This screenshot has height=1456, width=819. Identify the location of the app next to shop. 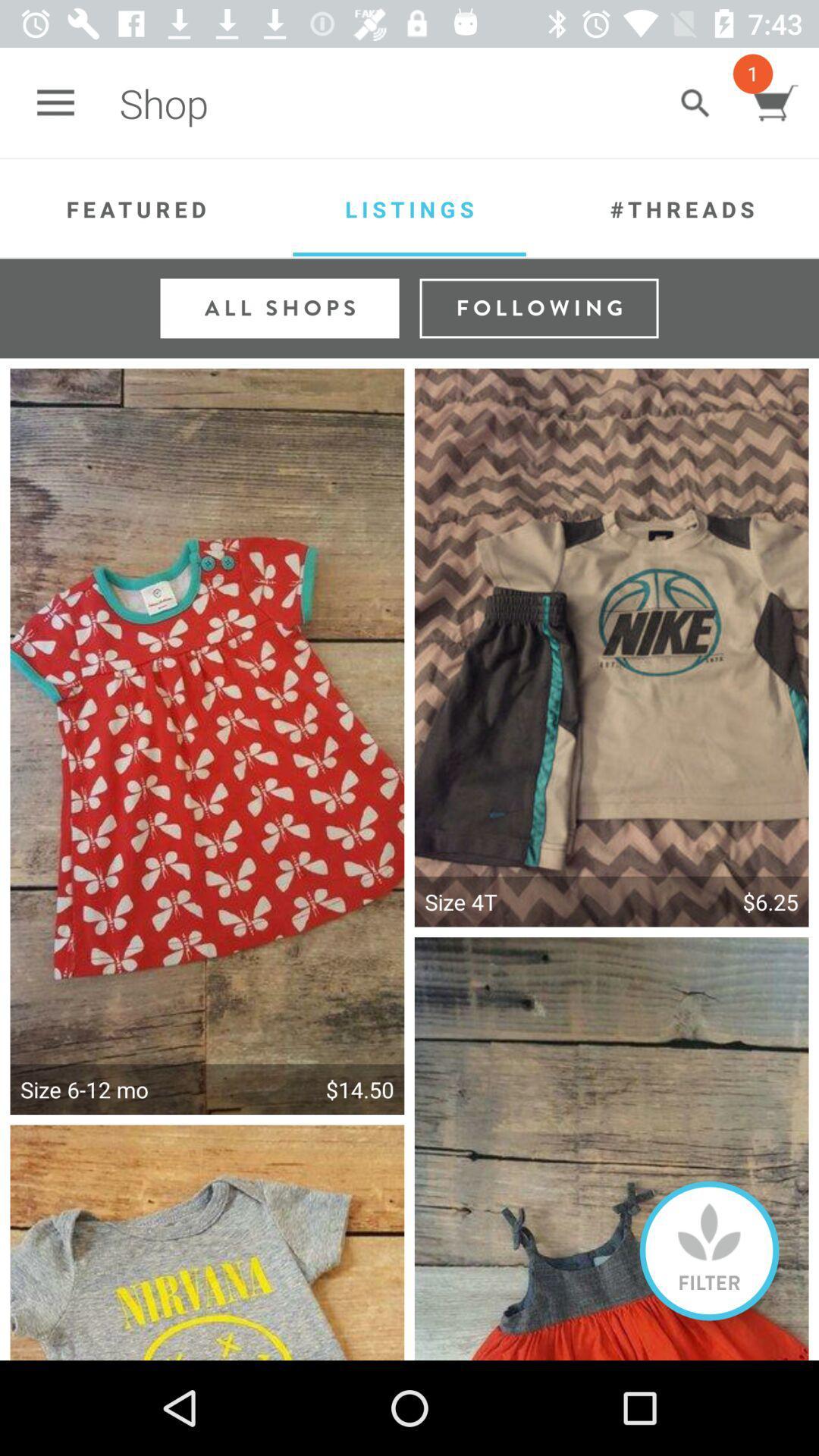
(55, 102).